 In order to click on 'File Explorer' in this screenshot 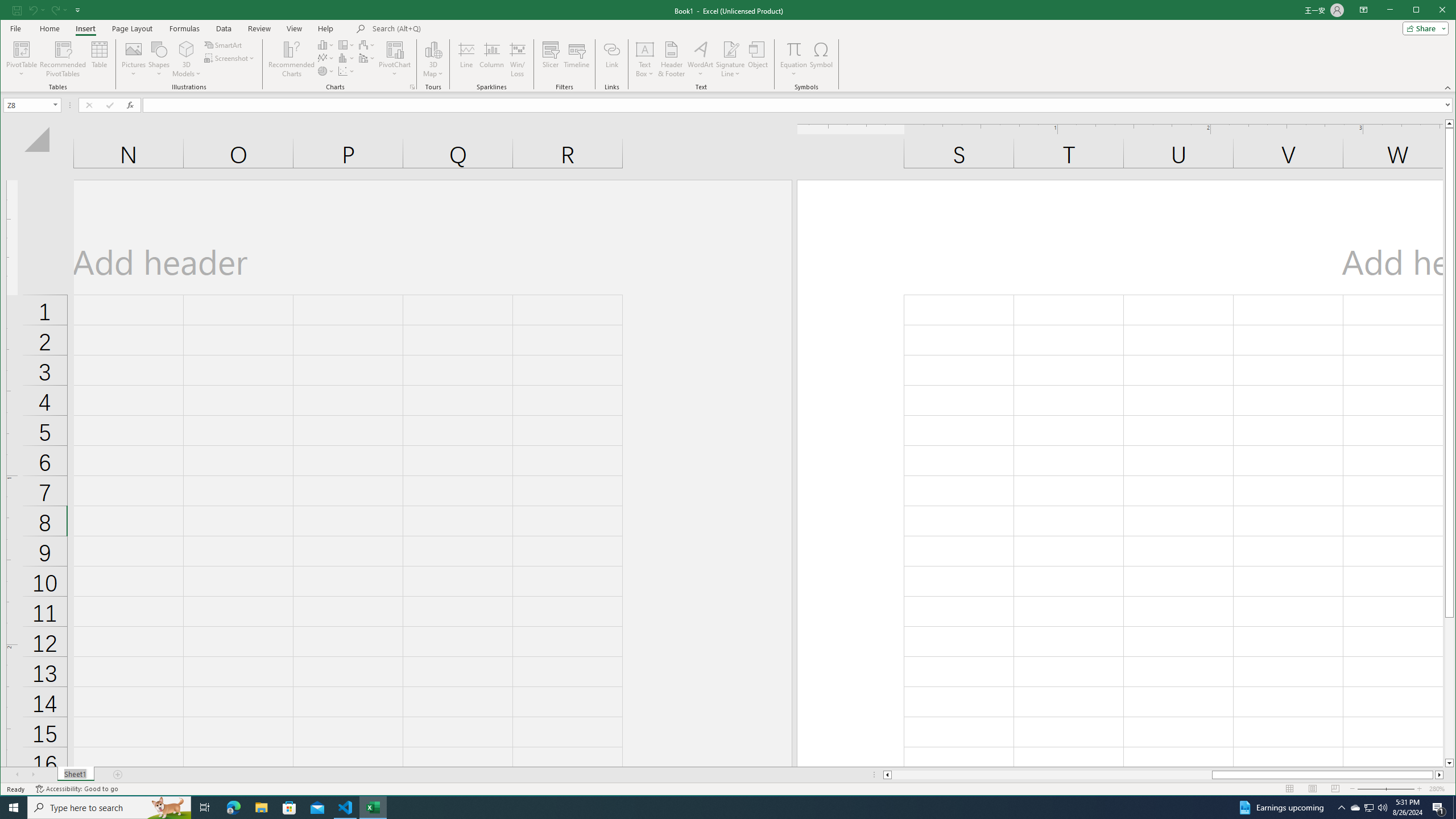, I will do `click(260, 806)`.